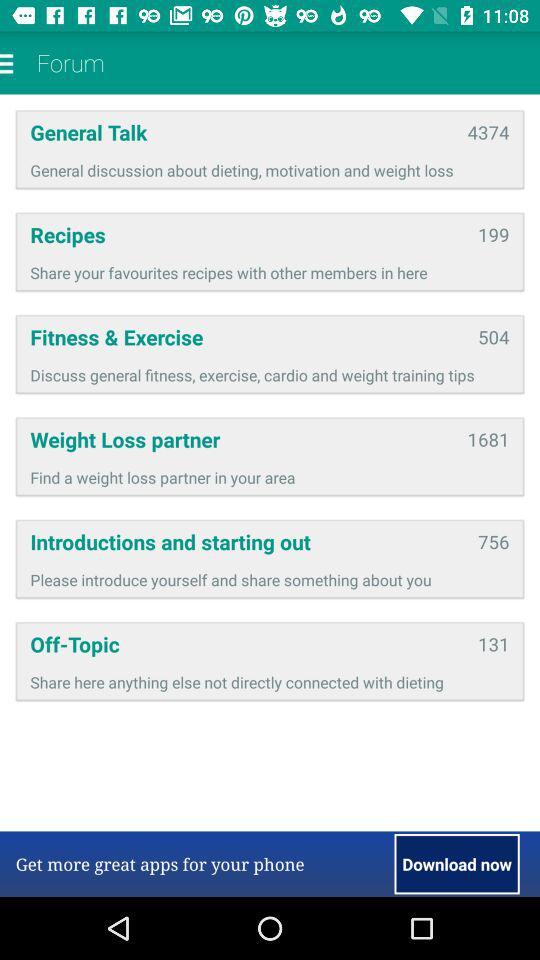 This screenshot has width=540, height=960. Describe the element at coordinates (492, 234) in the screenshot. I see `app above share your favourites icon` at that location.